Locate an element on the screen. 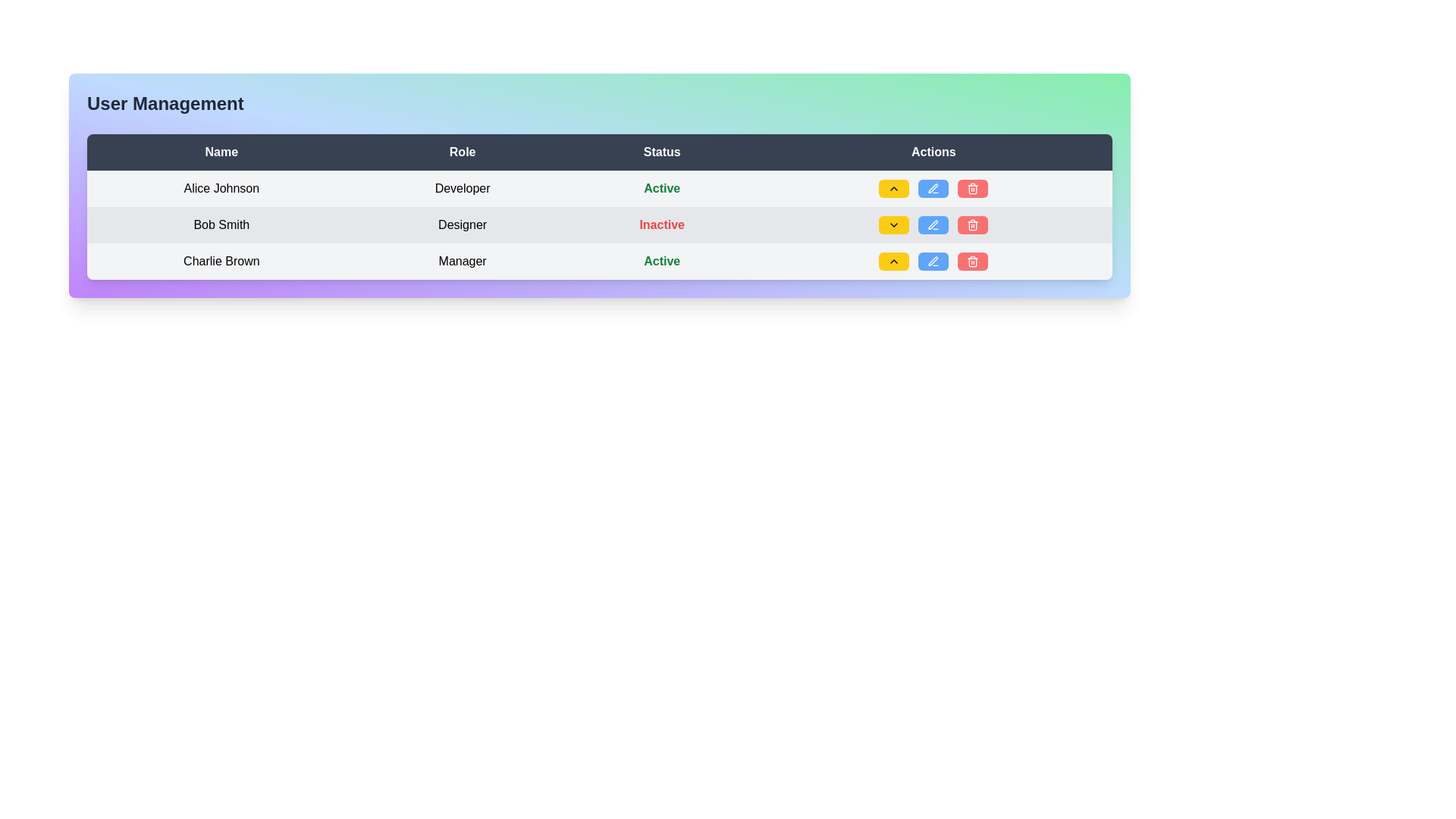 The height and width of the screenshot is (819, 1456). the status text label indicating the status of the 'Developer' entity in the first row of the table is located at coordinates (662, 187).